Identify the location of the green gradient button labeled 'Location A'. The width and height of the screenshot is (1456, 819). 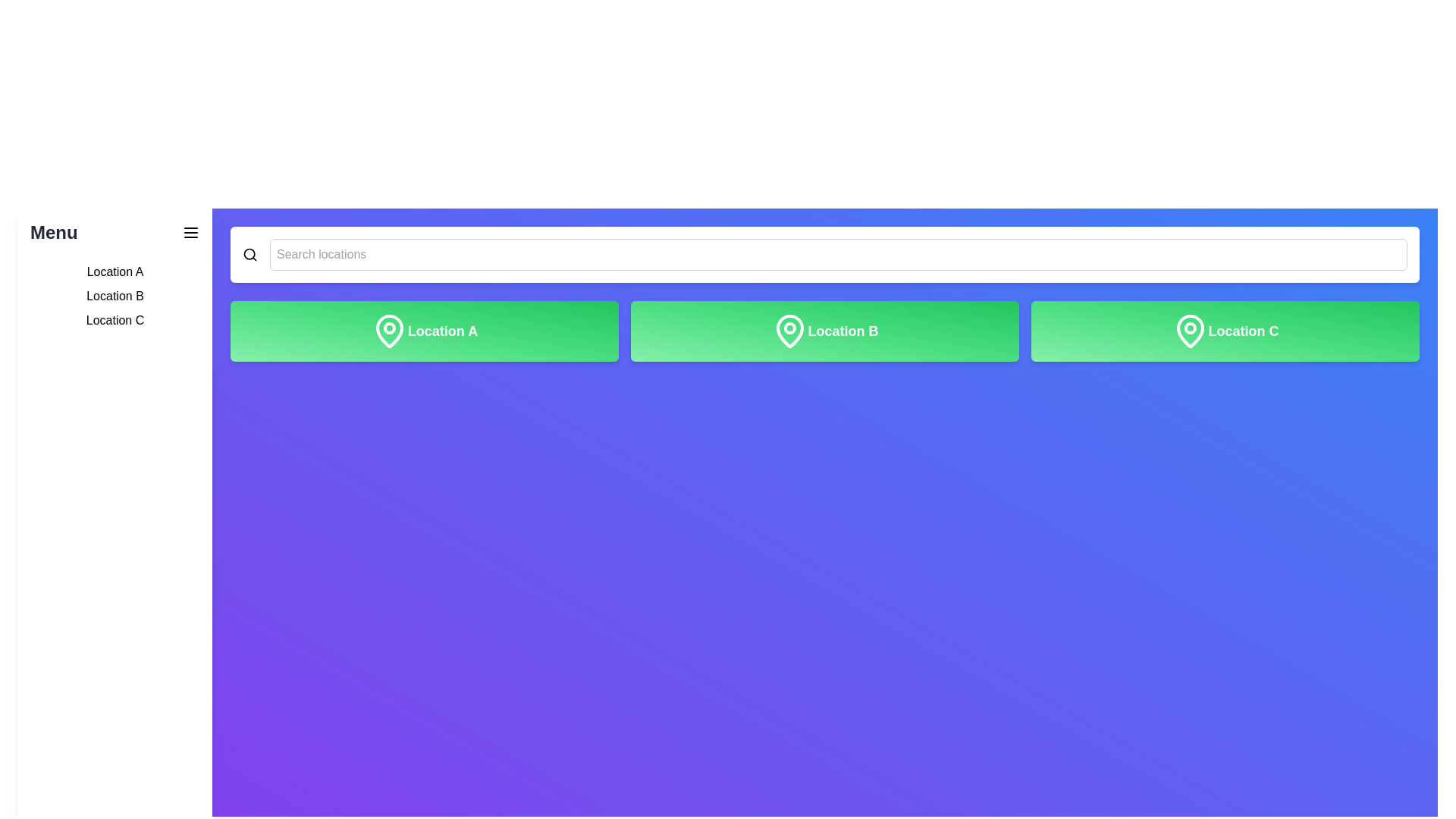
(425, 330).